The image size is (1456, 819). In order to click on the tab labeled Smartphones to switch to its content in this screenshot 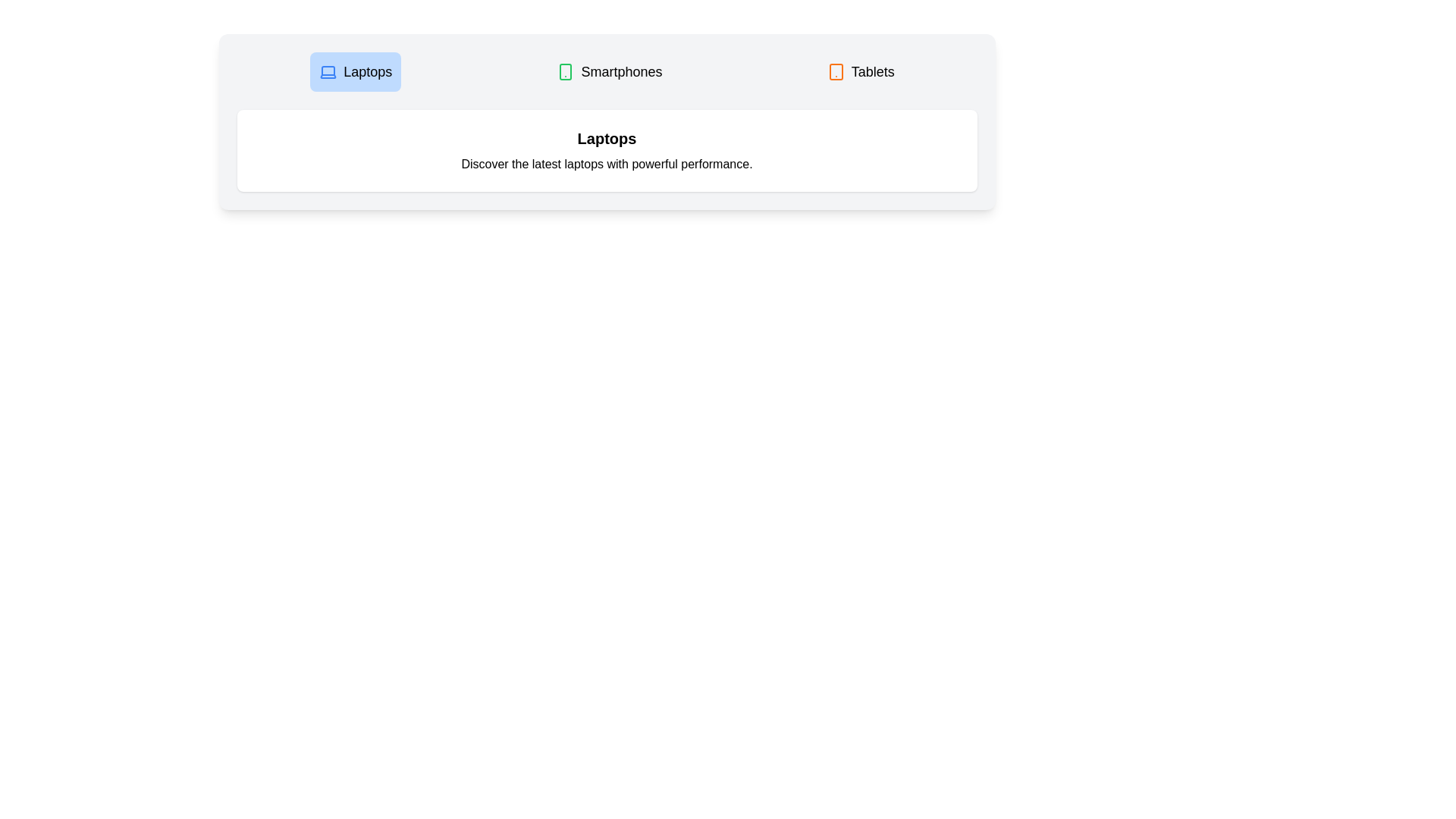, I will do `click(608, 72)`.